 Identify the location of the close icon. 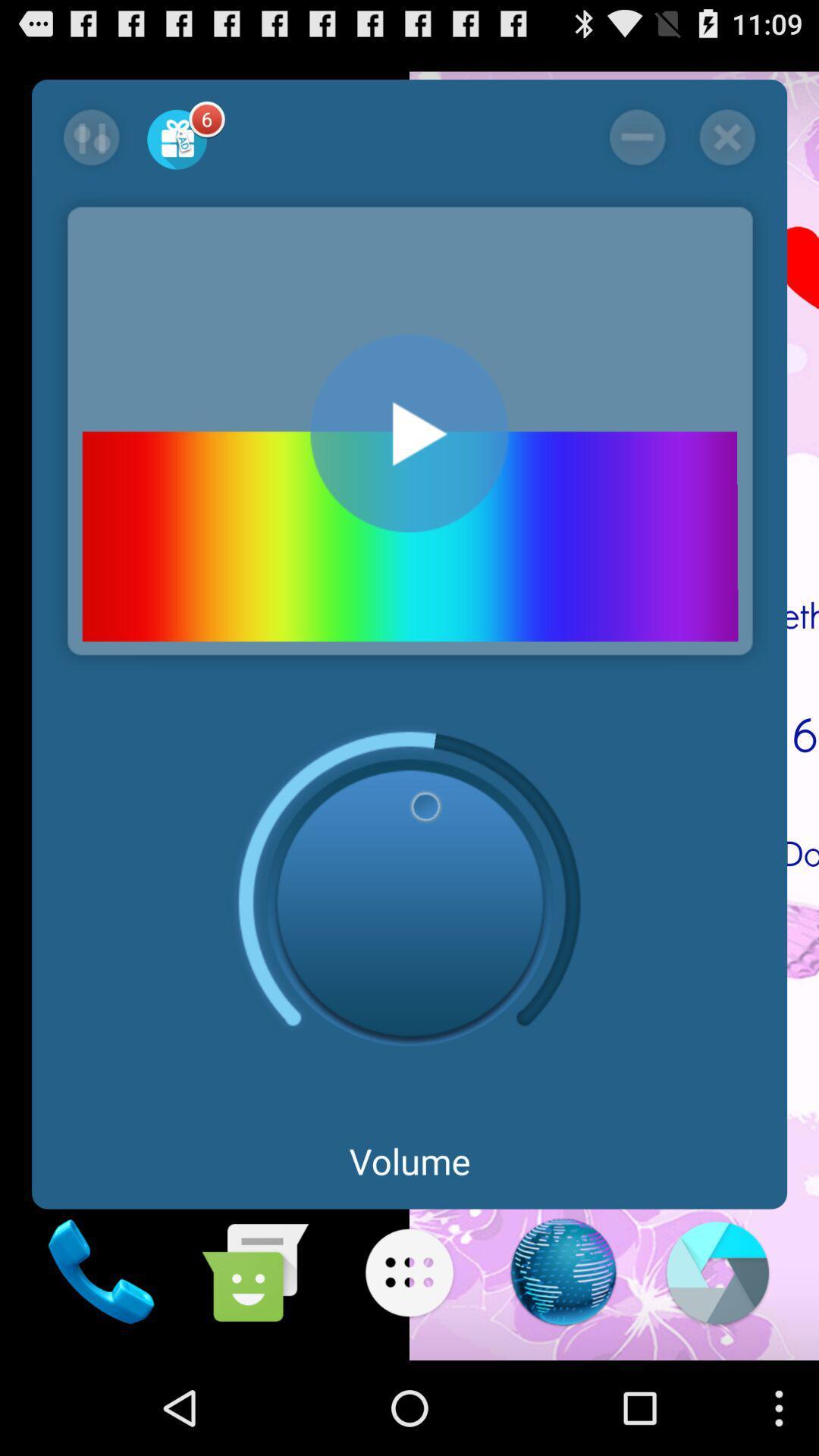
(726, 146).